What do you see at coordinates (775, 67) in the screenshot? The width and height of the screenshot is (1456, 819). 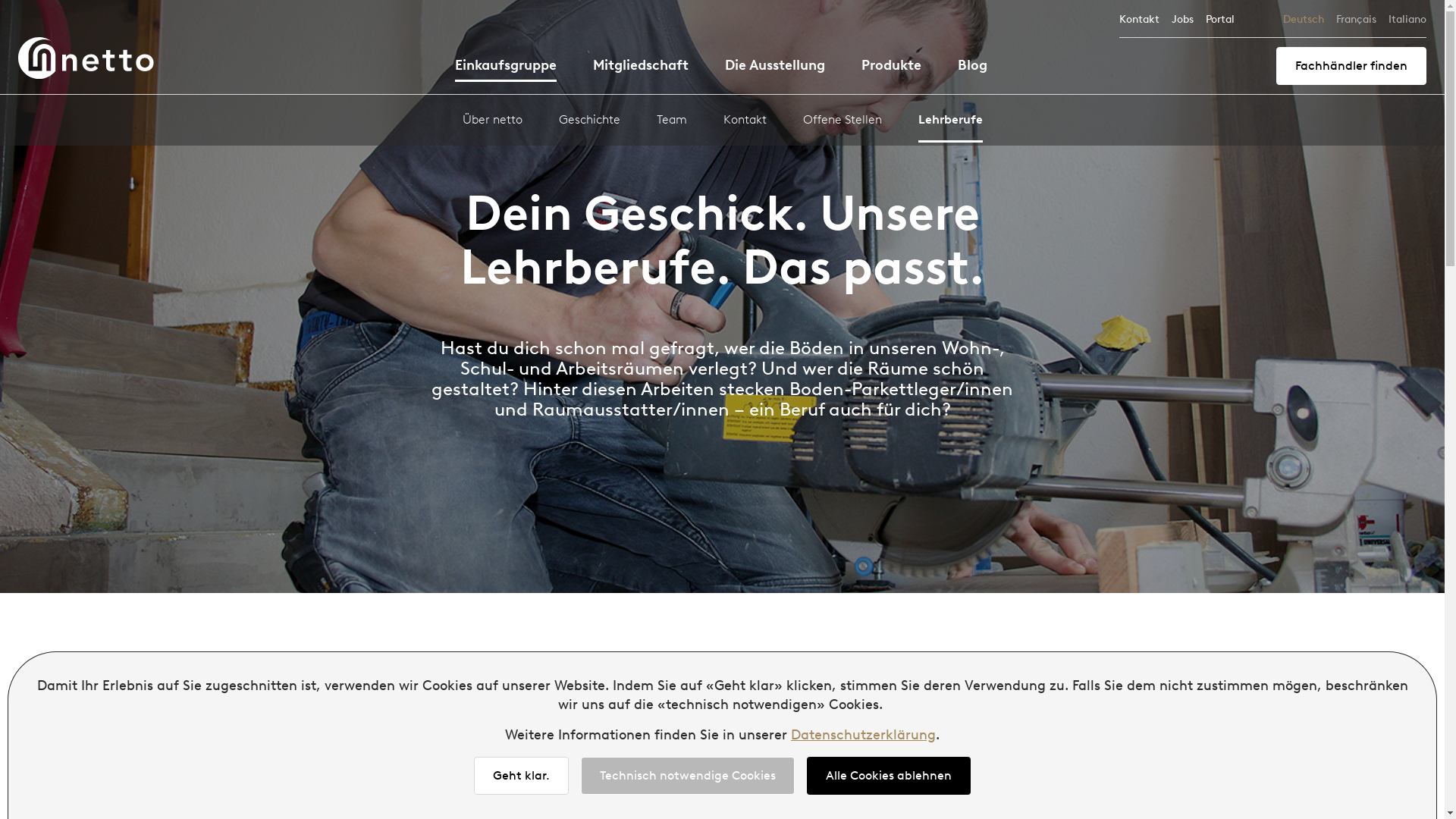 I see `'Die Ausstellung'` at bounding box center [775, 67].